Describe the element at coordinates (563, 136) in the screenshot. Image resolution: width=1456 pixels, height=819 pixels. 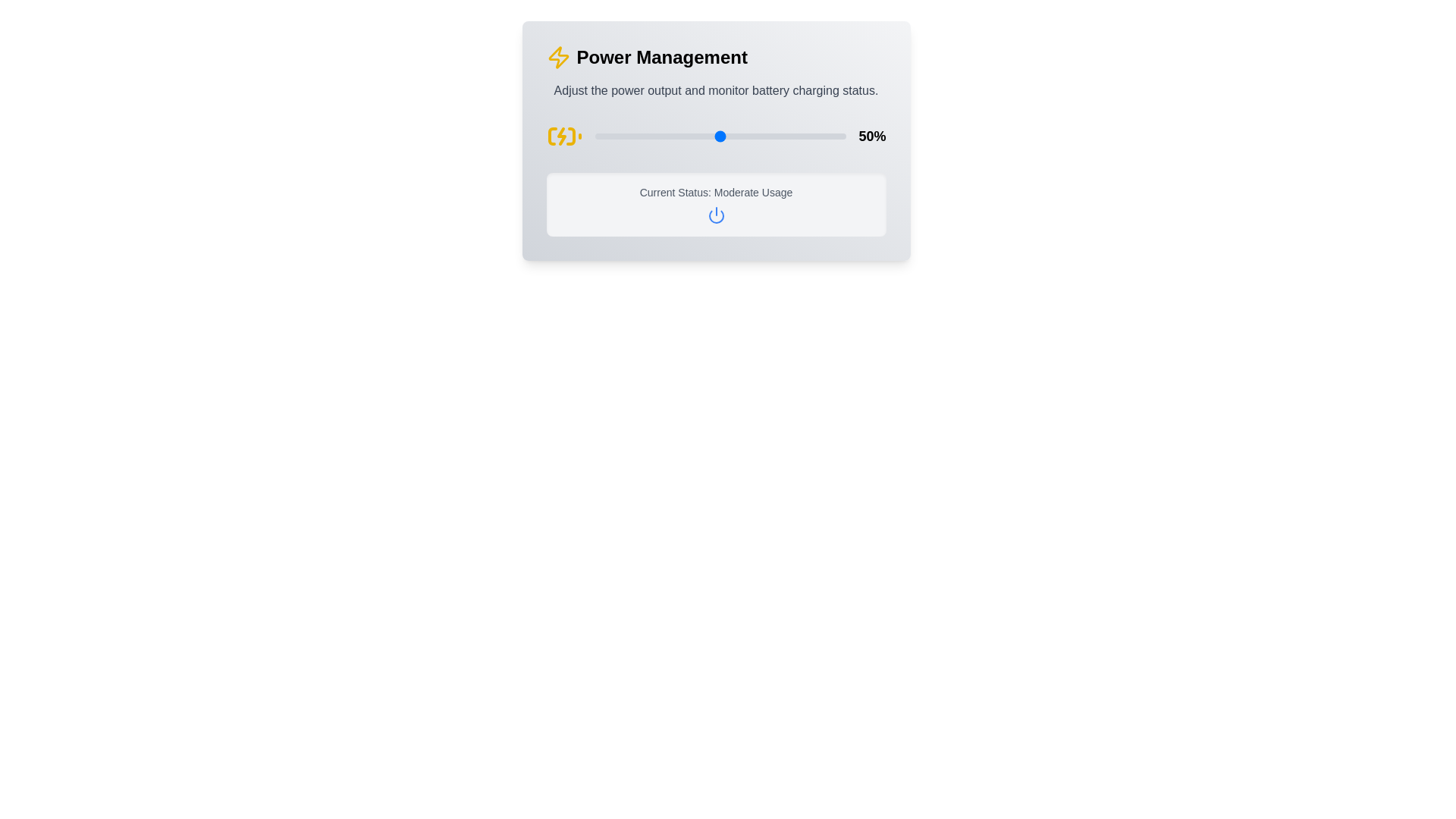
I see `the battery charging status icon to check its status` at that location.